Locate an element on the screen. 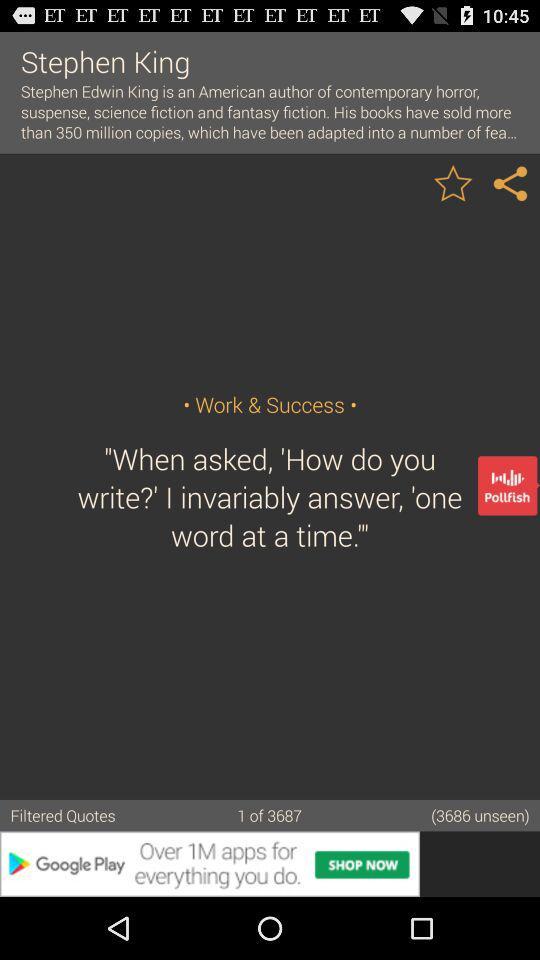 The width and height of the screenshot is (540, 960). quote is located at coordinates (453, 182).